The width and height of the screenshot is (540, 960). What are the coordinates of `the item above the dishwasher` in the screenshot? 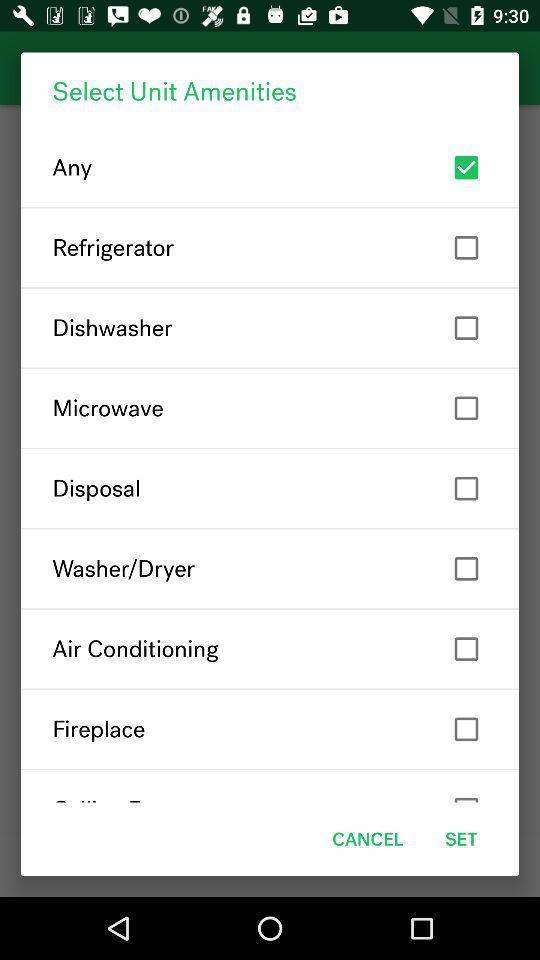 It's located at (270, 246).